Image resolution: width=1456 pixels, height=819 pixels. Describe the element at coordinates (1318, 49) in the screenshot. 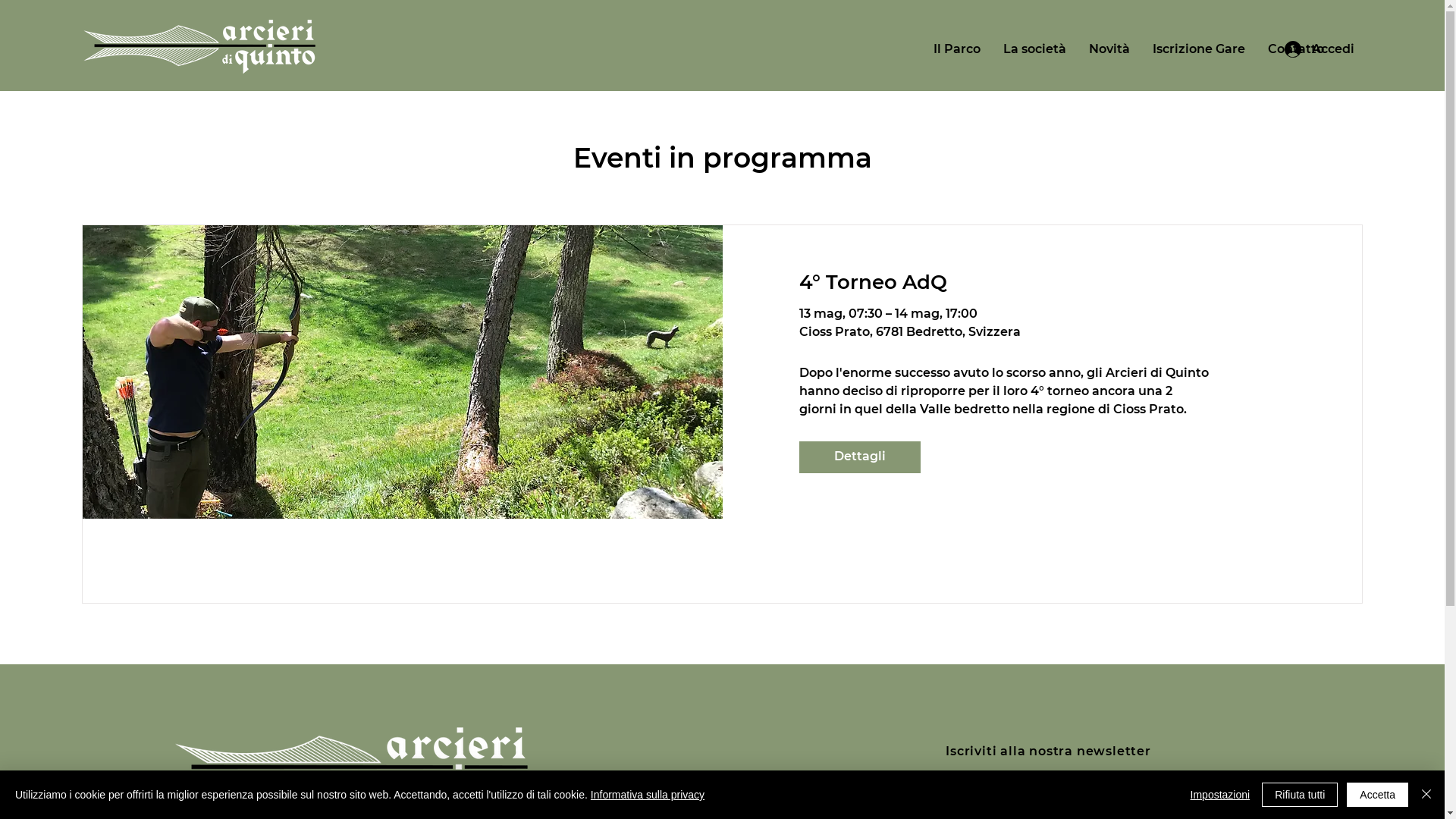

I see `'Accedi'` at that location.